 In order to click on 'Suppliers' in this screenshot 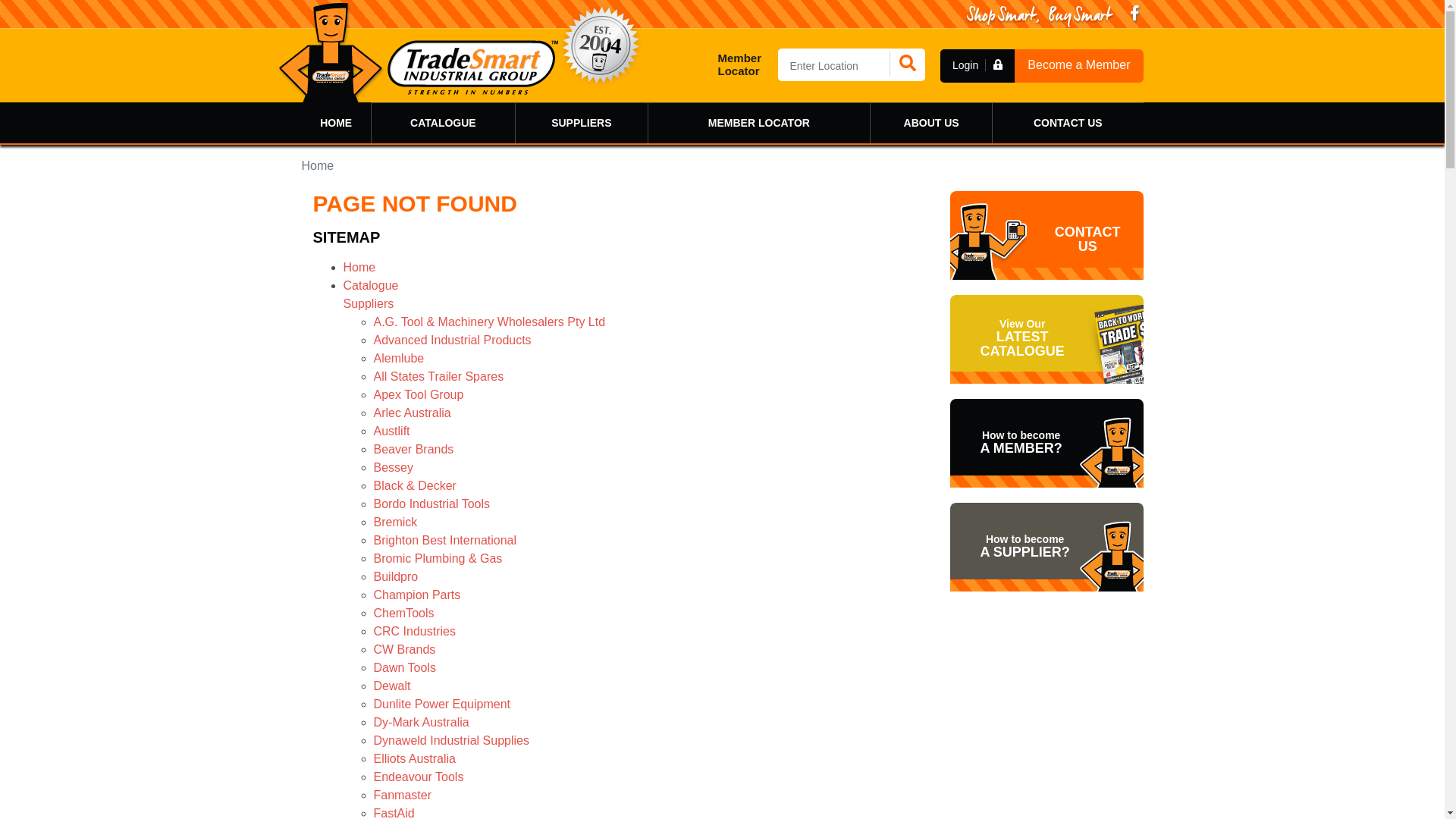, I will do `click(368, 303)`.